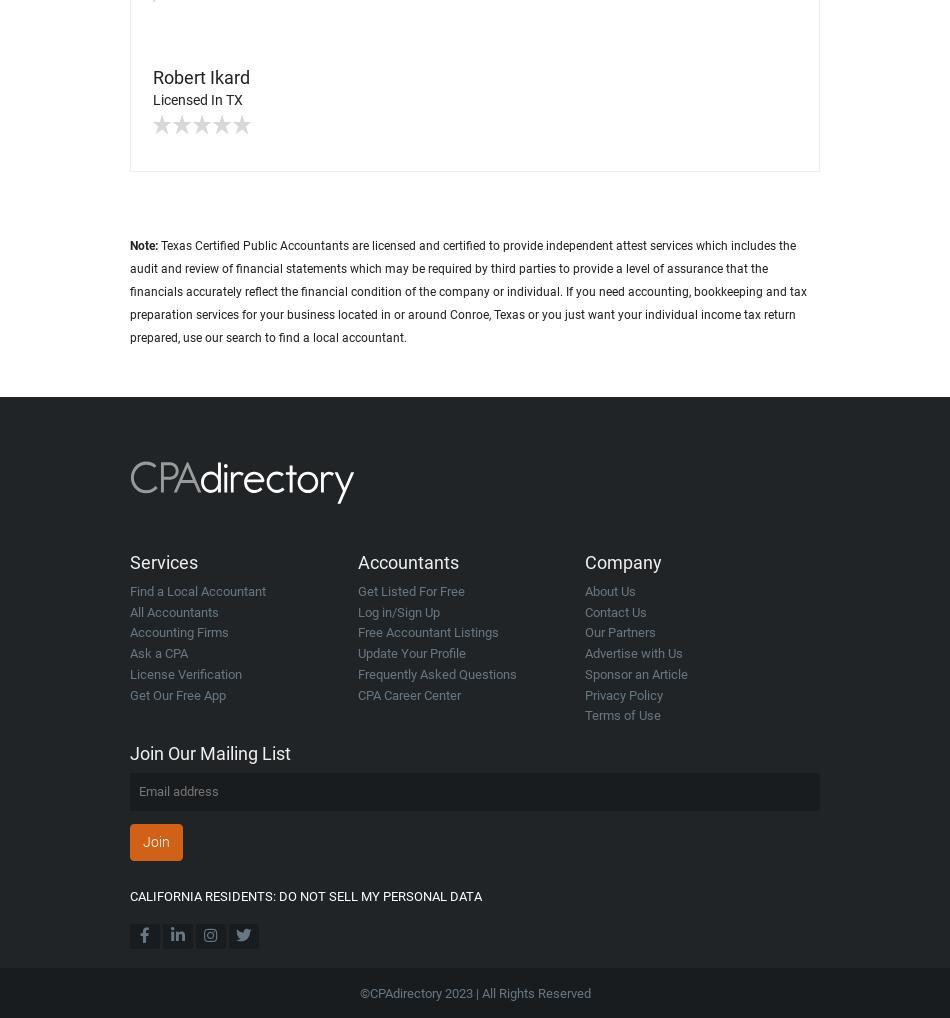 The height and width of the screenshot is (1018, 950). Describe the element at coordinates (129, 631) in the screenshot. I see `'Accounting Firms'` at that location.